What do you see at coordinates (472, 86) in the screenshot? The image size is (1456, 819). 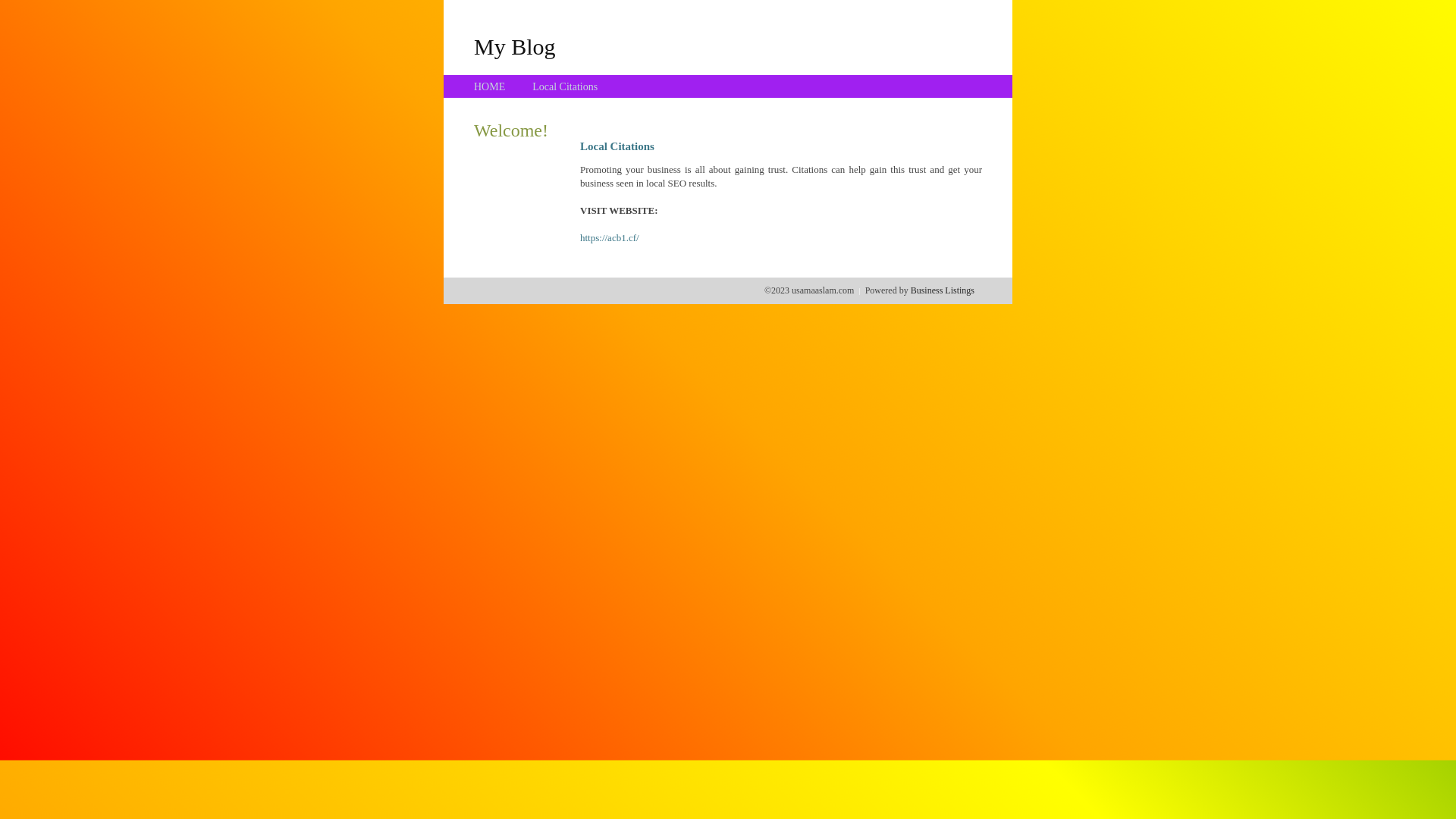 I see `'HOME'` at bounding box center [472, 86].